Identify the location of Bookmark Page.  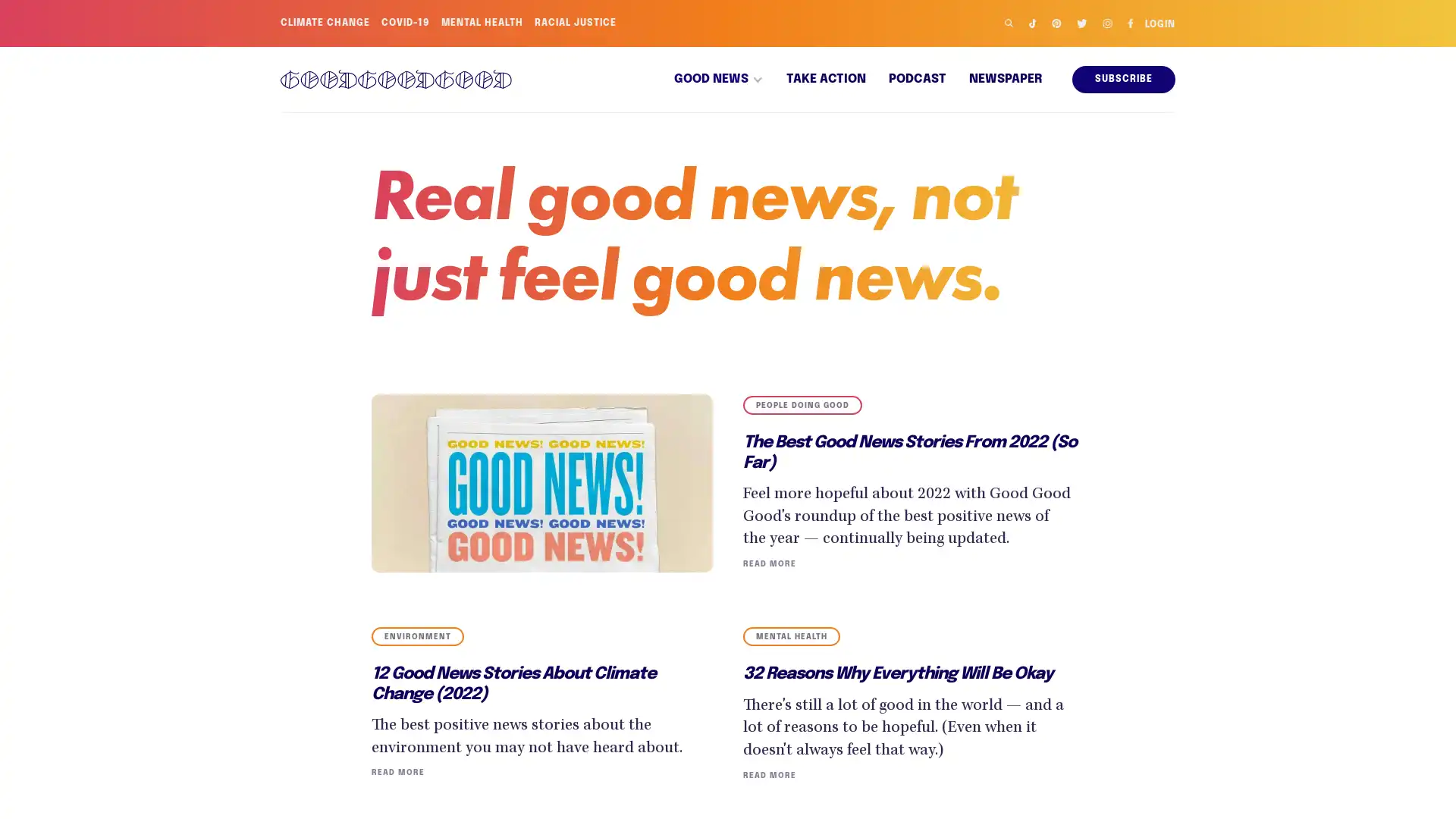
(1426, 736).